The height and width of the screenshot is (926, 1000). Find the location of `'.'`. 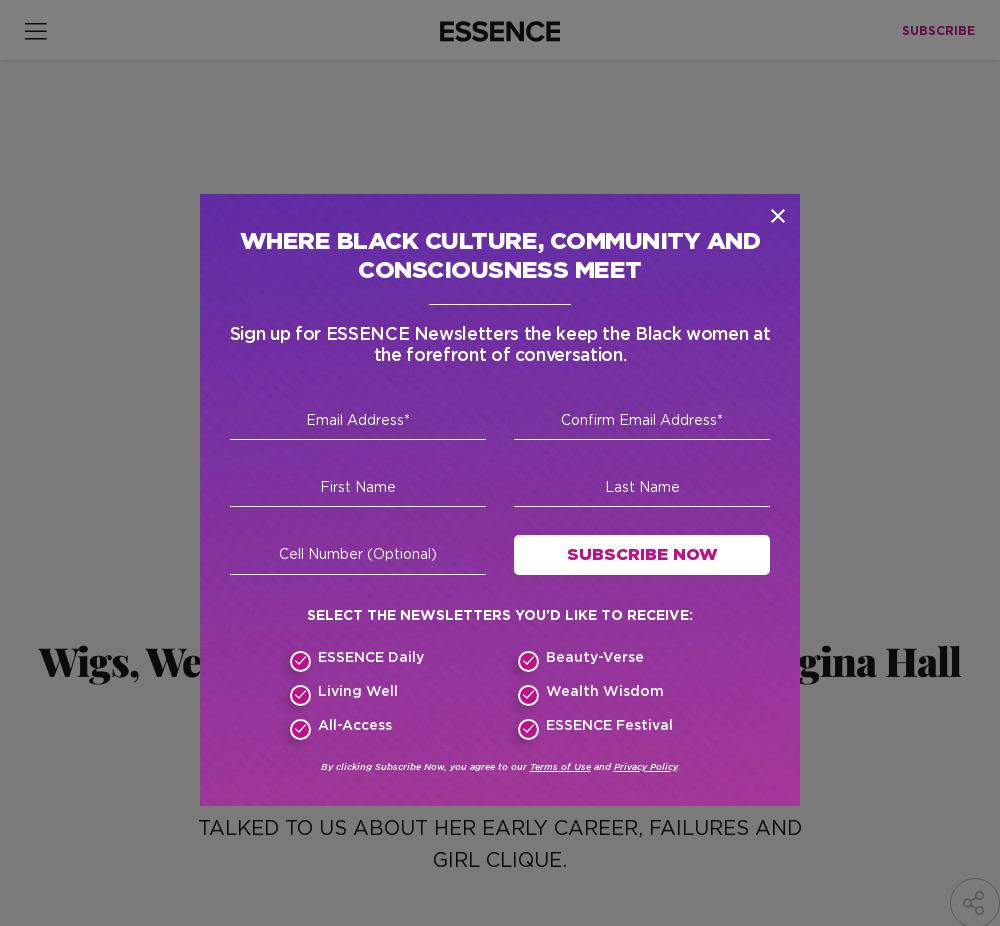

'.' is located at coordinates (677, 766).